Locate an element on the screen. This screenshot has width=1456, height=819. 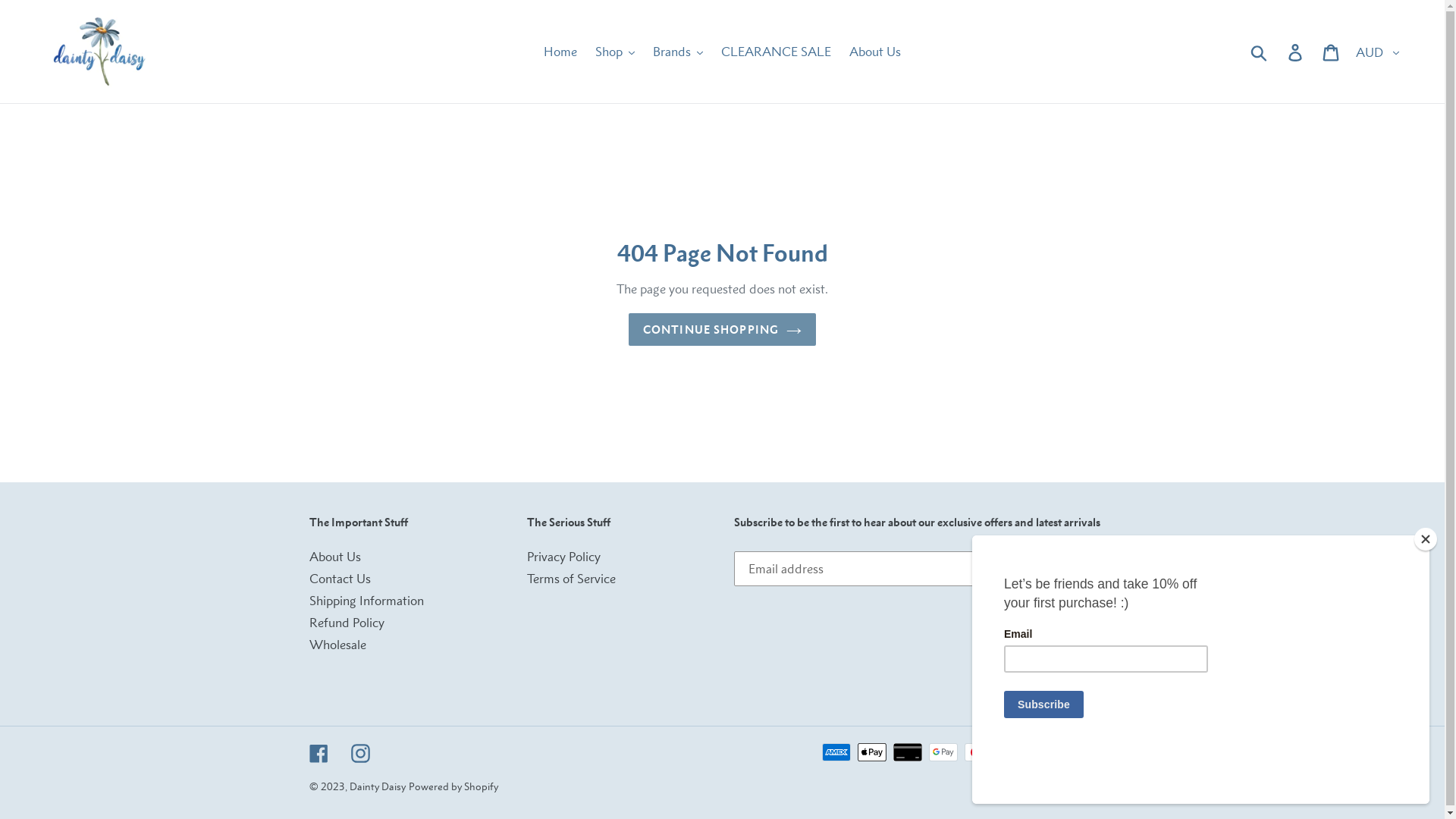
'Contact Us' is located at coordinates (309, 579).